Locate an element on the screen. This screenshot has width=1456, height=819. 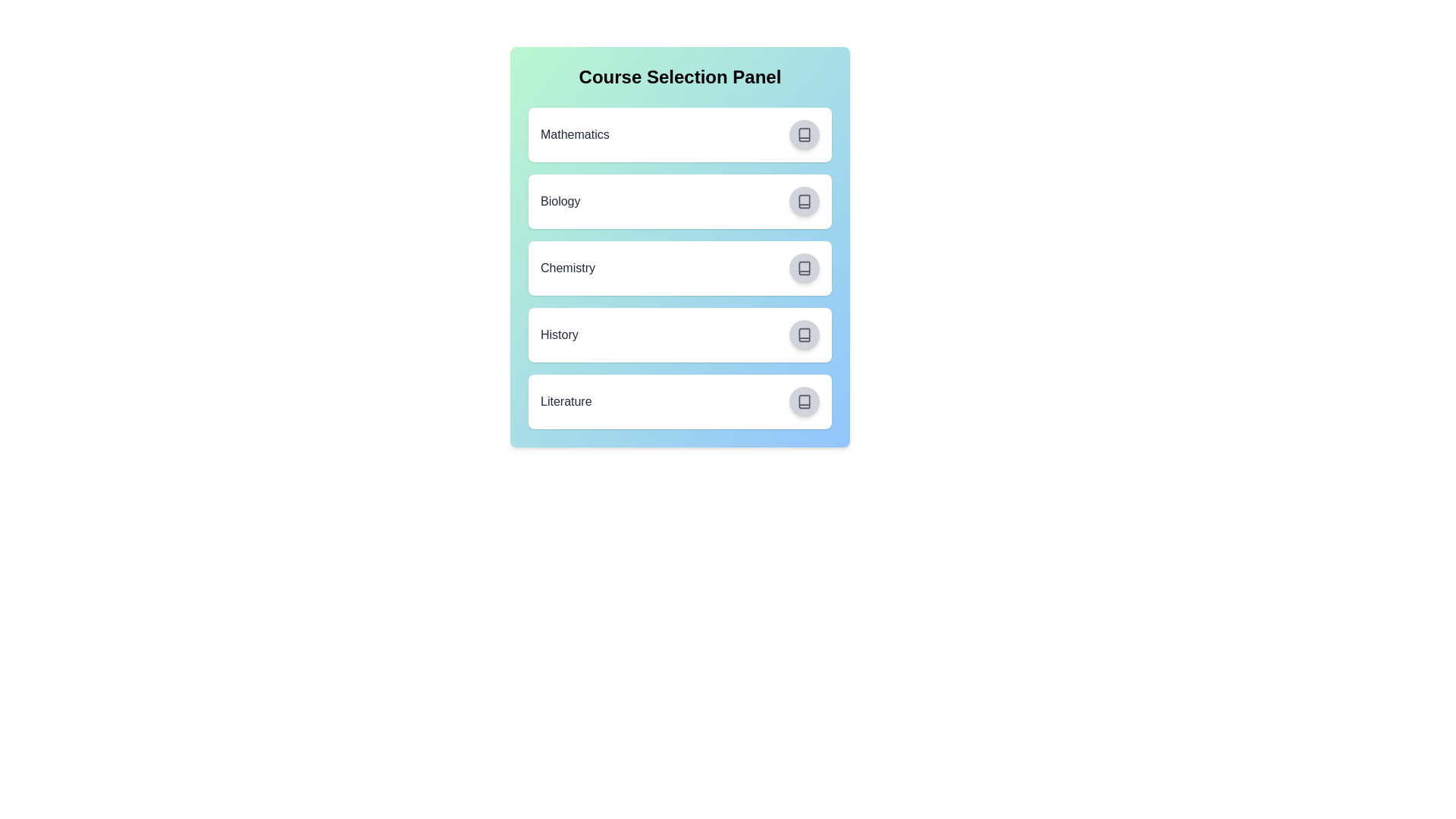
the button corresponding to Biology is located at coordinates (803, 201).